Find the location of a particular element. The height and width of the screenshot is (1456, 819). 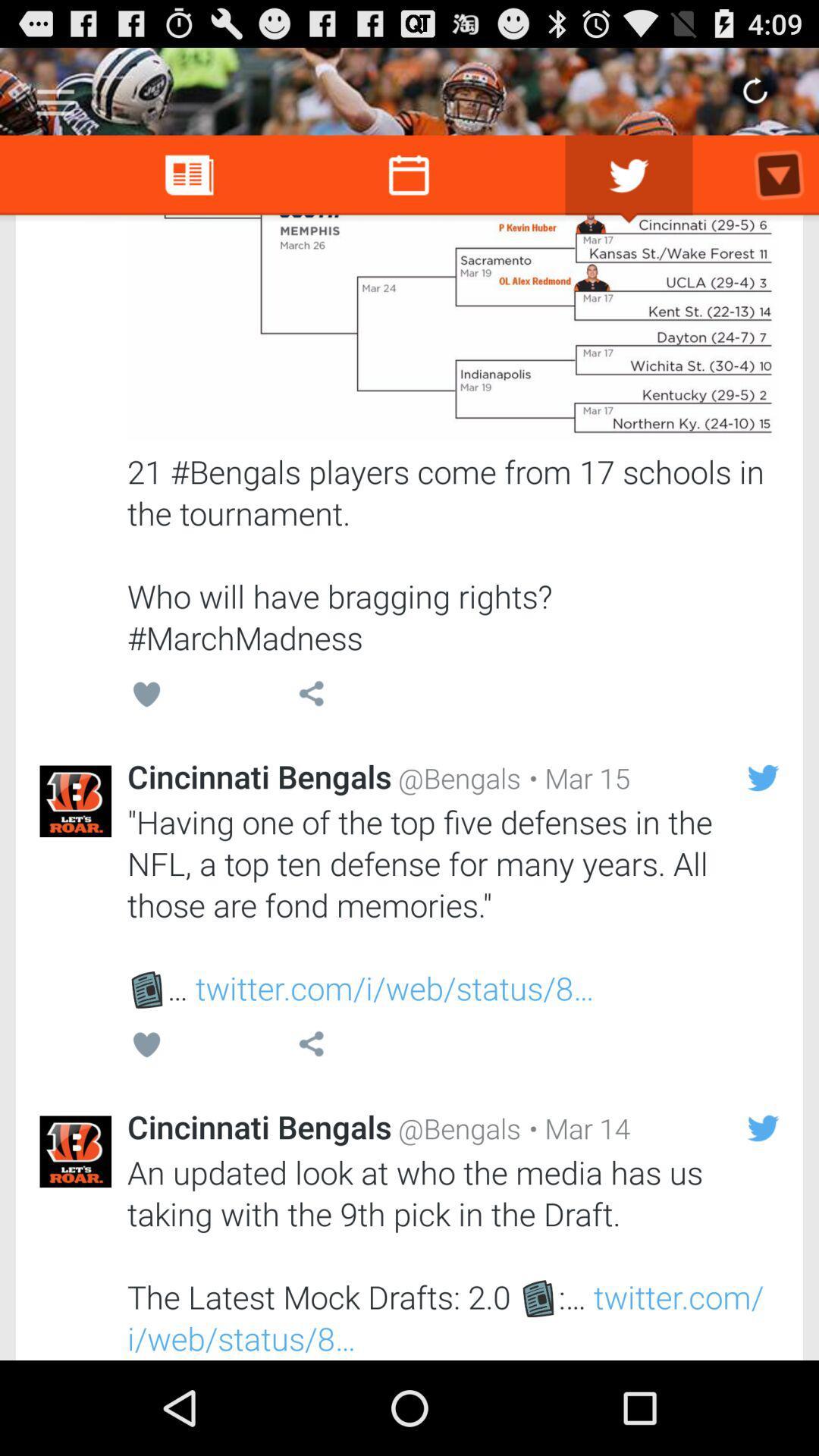

flashing yellow flashing over a players tree is located at coordinates (452, 327).